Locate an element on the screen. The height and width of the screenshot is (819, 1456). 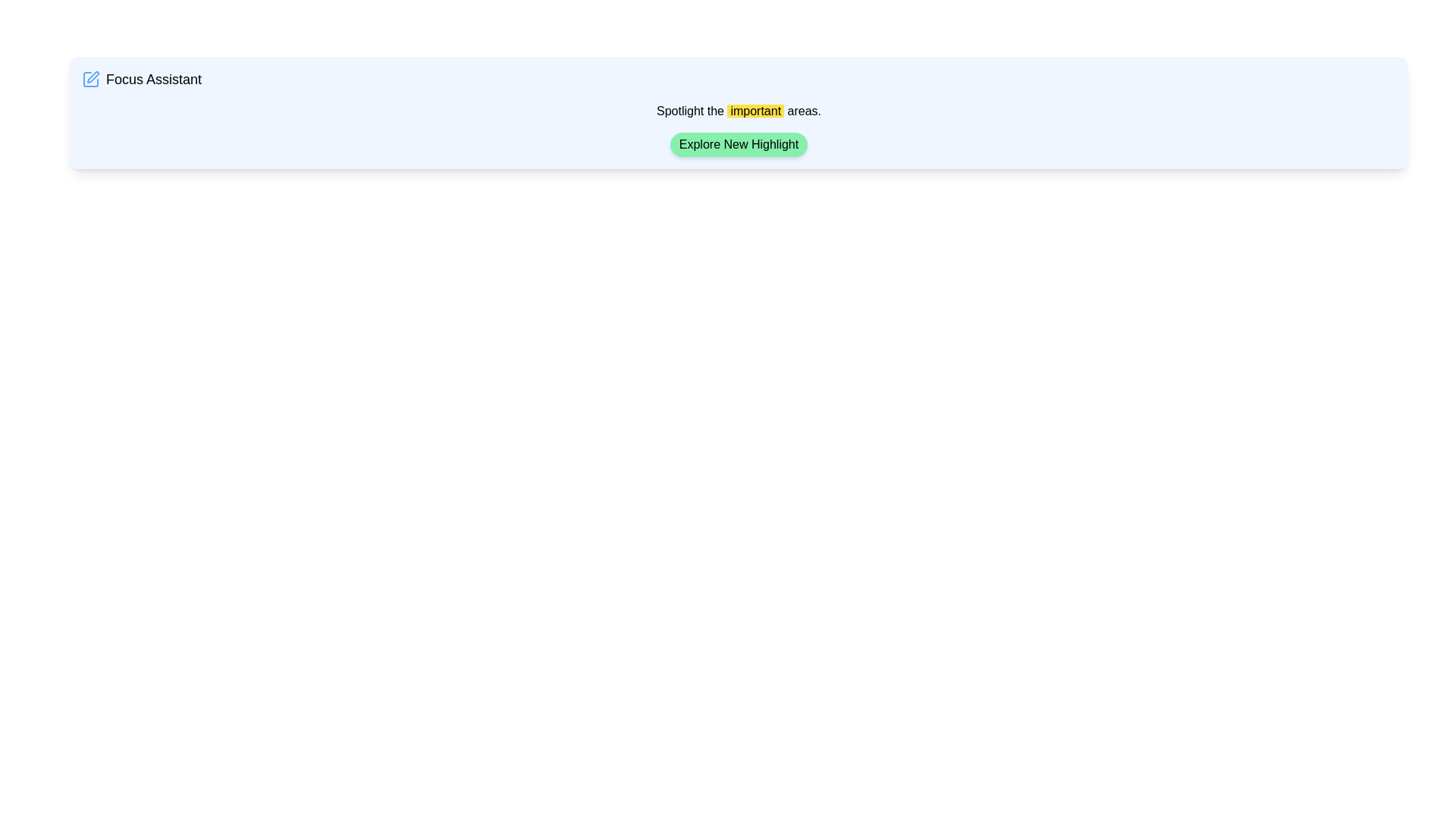
the edit icon within the 'Focus Assistant' component is located at coordinates (90, 79).